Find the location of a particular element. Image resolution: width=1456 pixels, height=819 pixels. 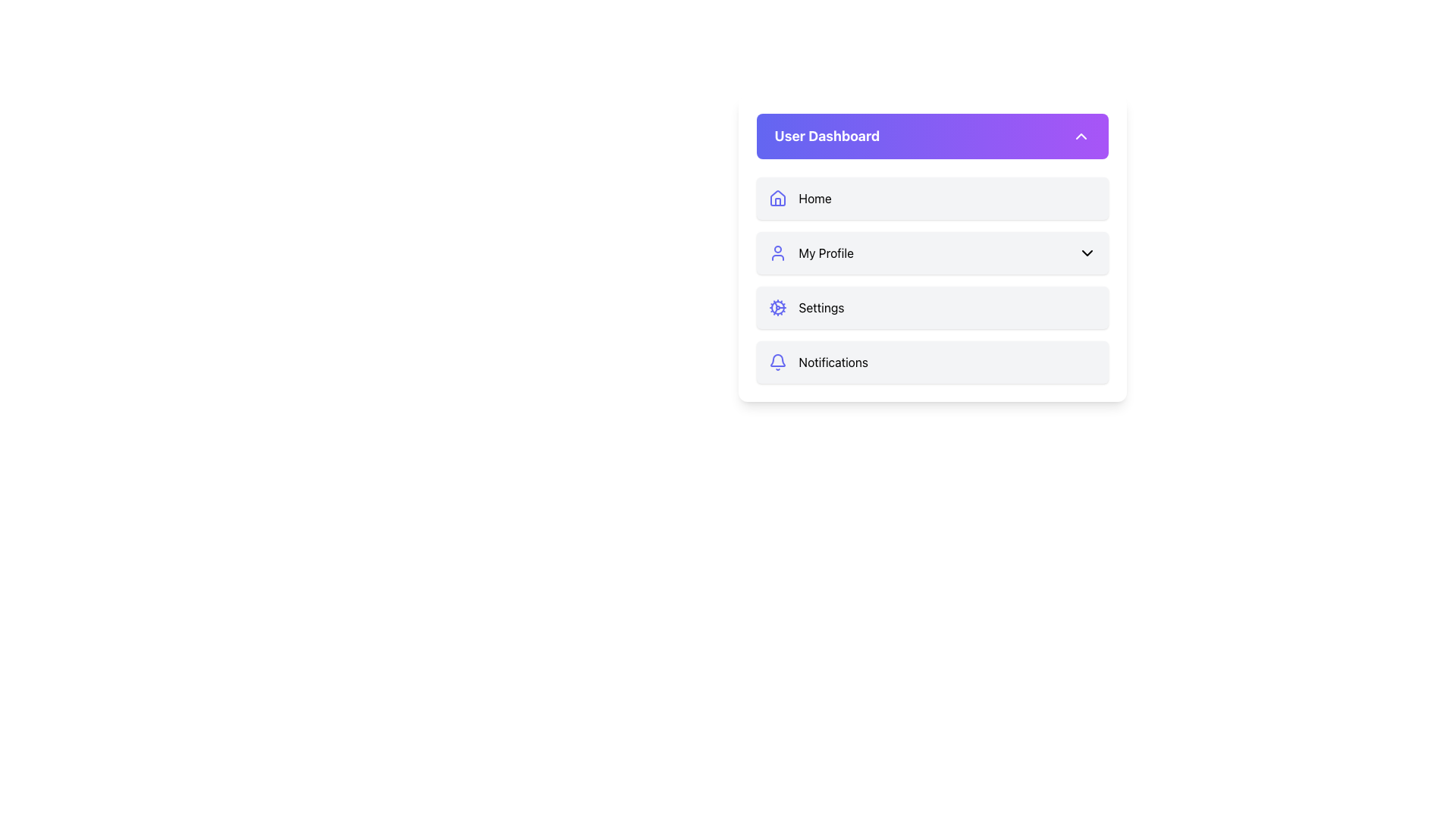

the navigation button-like UI component for notifications, which is the fourth item in a vertical stack located at the bottom of the group is located at coordinates (931, 362).